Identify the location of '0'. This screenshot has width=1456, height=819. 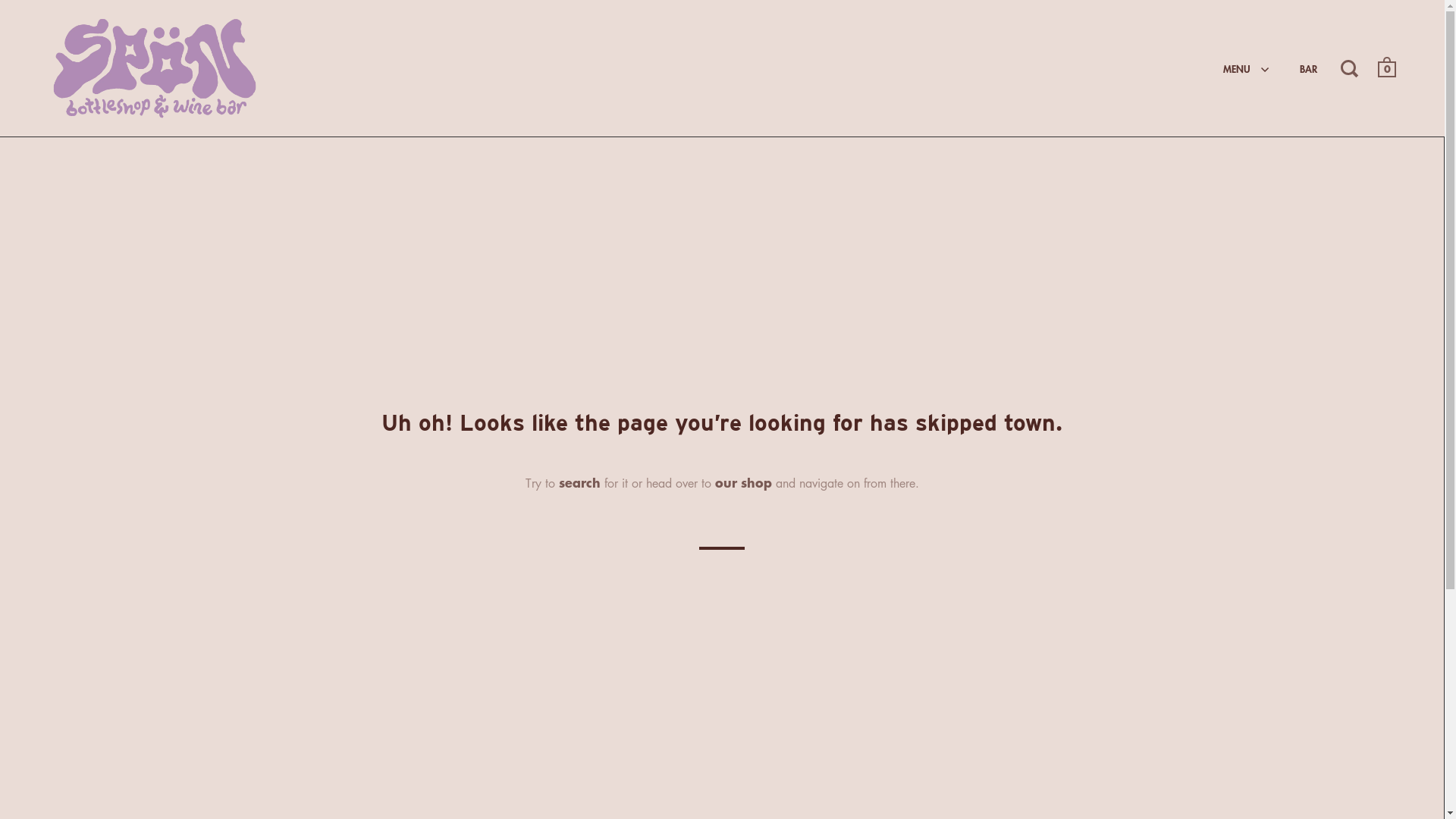
(1386, 69).